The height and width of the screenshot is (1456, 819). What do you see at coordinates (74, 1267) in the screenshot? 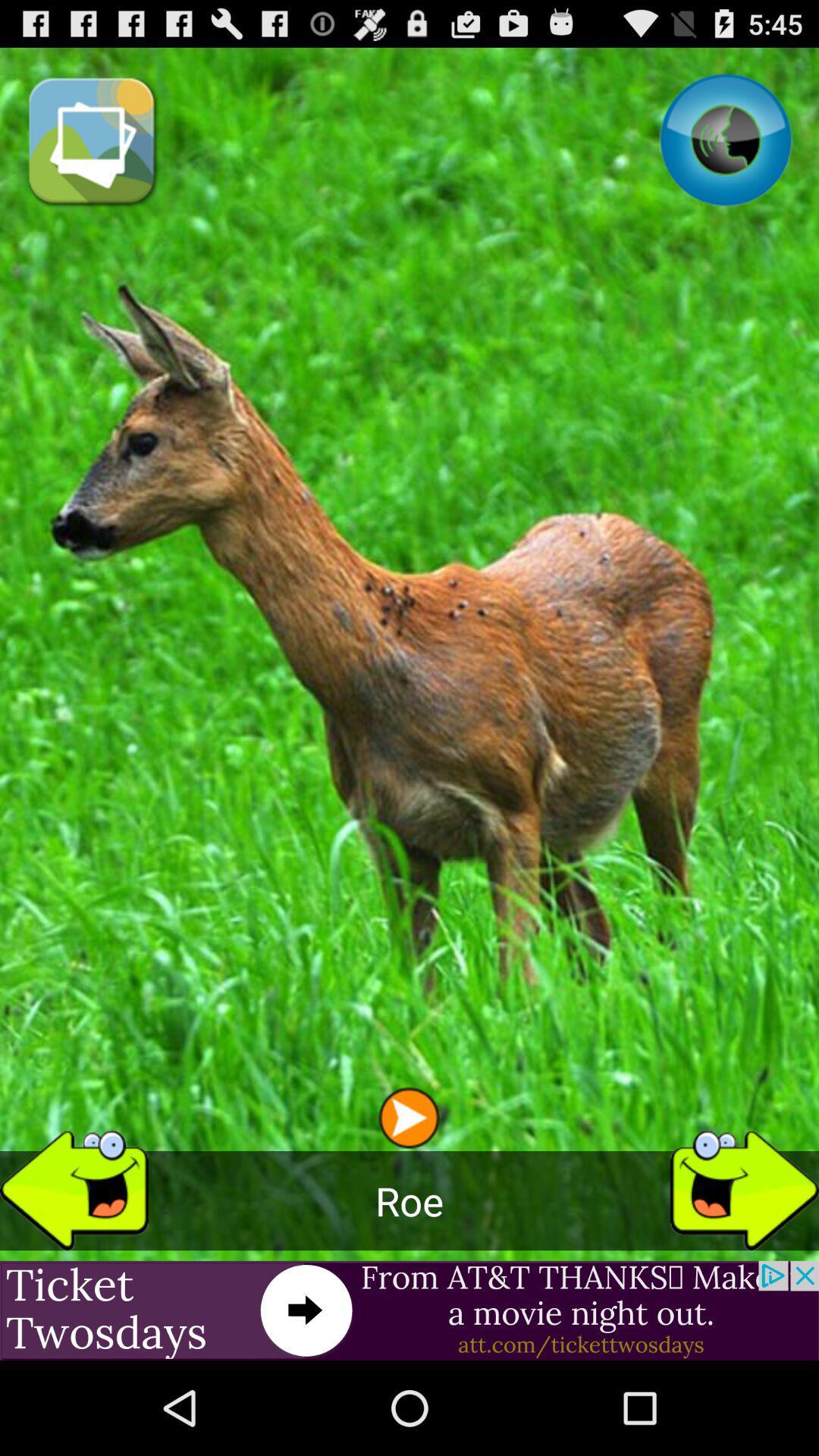
I see `the arrow_backward icon` at bounding box center [74, 1267].